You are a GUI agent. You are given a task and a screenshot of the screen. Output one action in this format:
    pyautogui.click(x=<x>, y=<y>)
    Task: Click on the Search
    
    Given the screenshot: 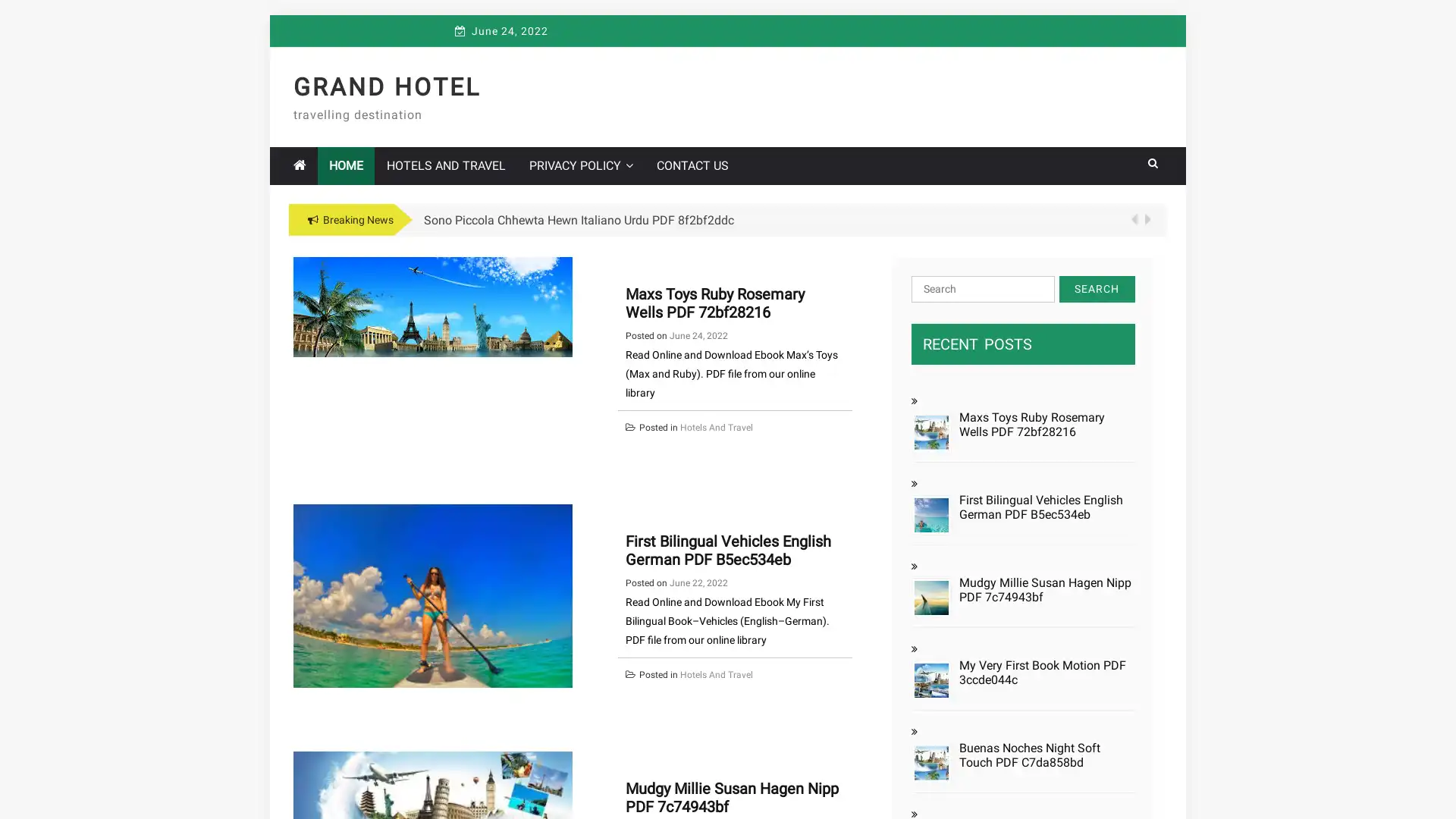 What is the action you would take?
    pyautogui.click(x=1096, y=288)
    